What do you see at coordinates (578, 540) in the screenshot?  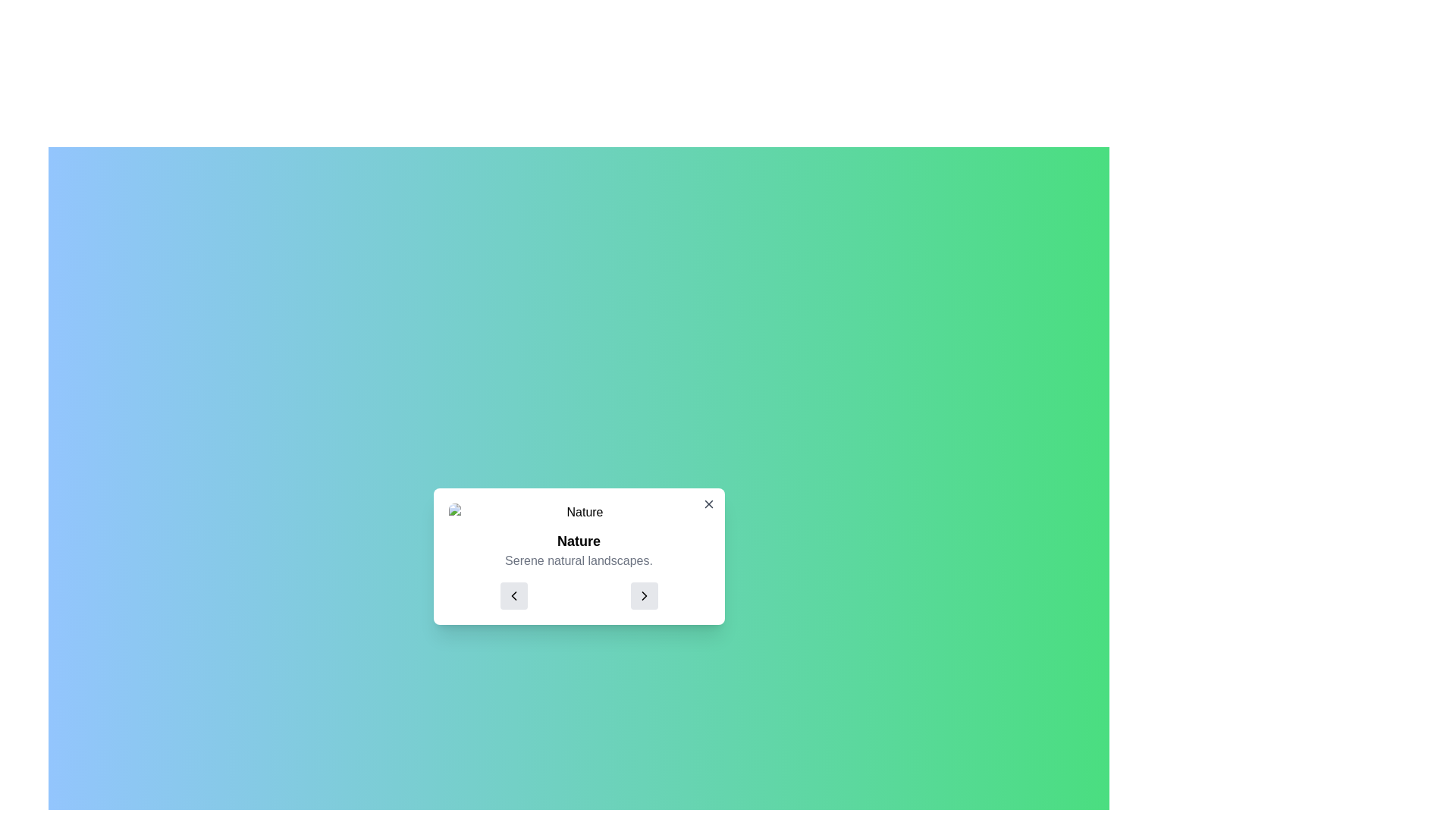 I see `the Text Label that serves as the title or primary heading within its enclosing modal, located centrally beneath an image placeholder and above a descriptive text line` at bounding box center [578, 540].